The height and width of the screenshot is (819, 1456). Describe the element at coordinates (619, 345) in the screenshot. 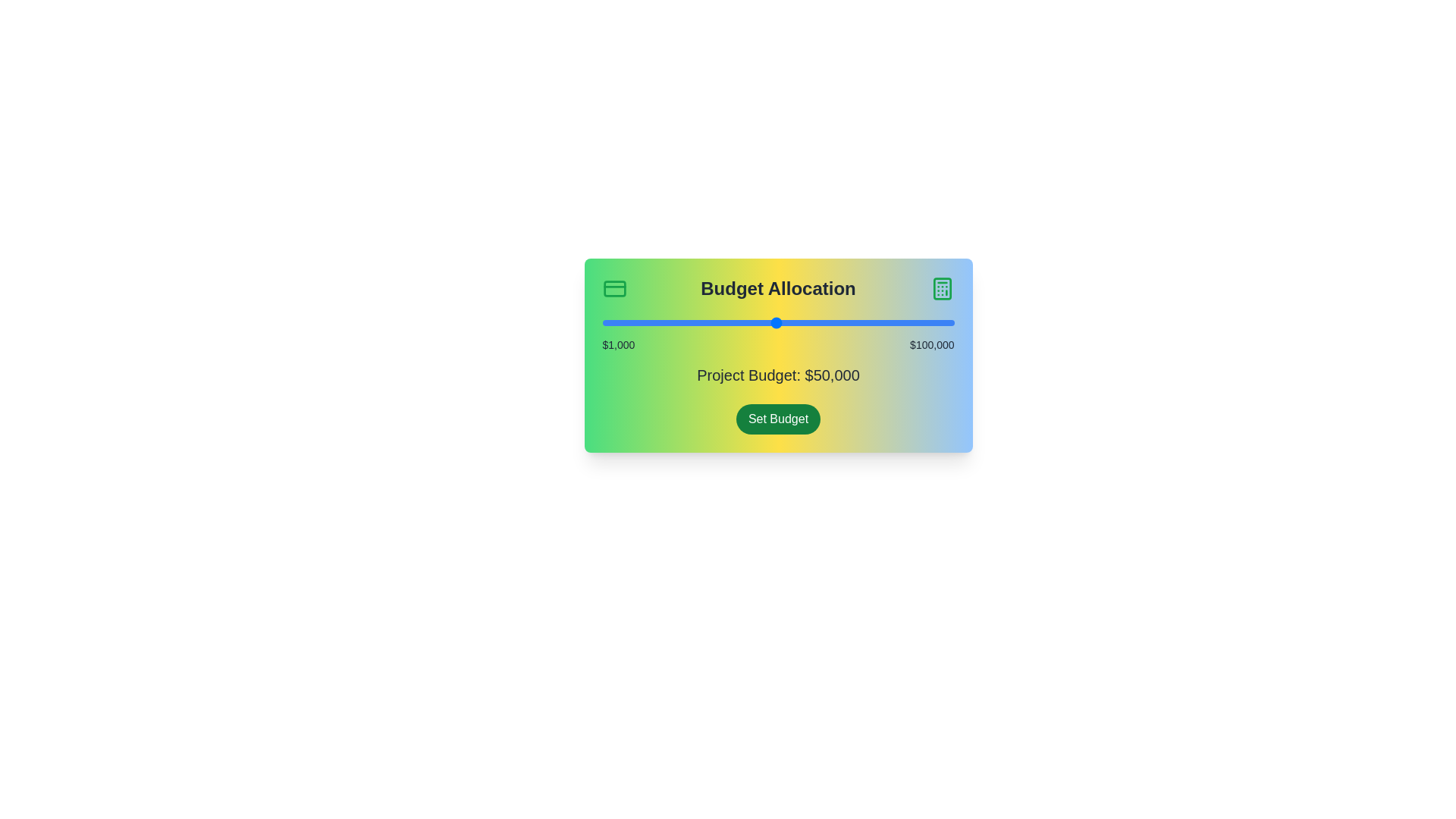

I see `the minimum label of the BudgetSlider component` at that location.